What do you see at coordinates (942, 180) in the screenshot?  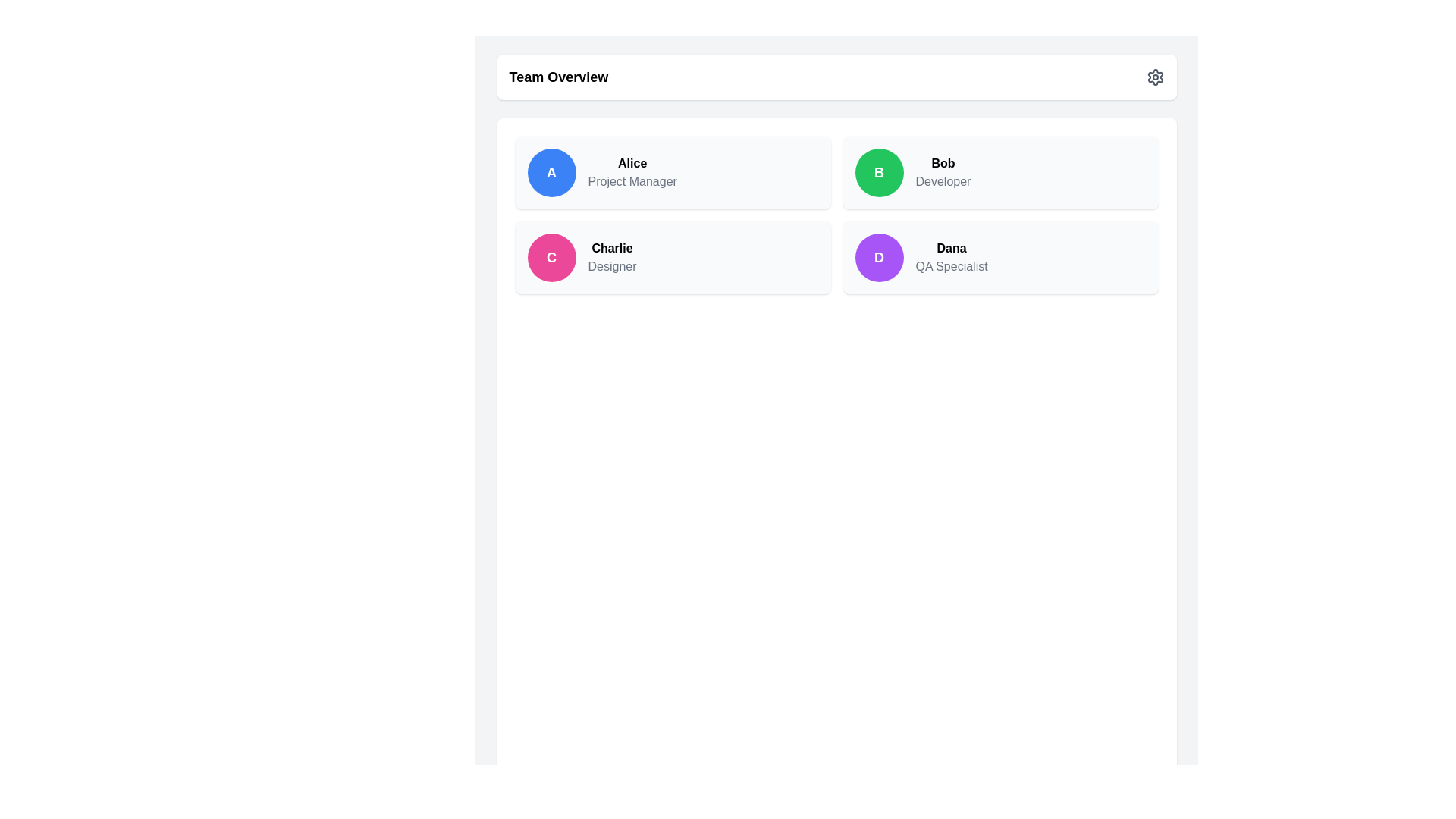 I see `the static text label displaying 'Developer' in gray font, located below 'Bob' in the profile card of the 'Team Overview' interface` at bounding box center [942, 180].